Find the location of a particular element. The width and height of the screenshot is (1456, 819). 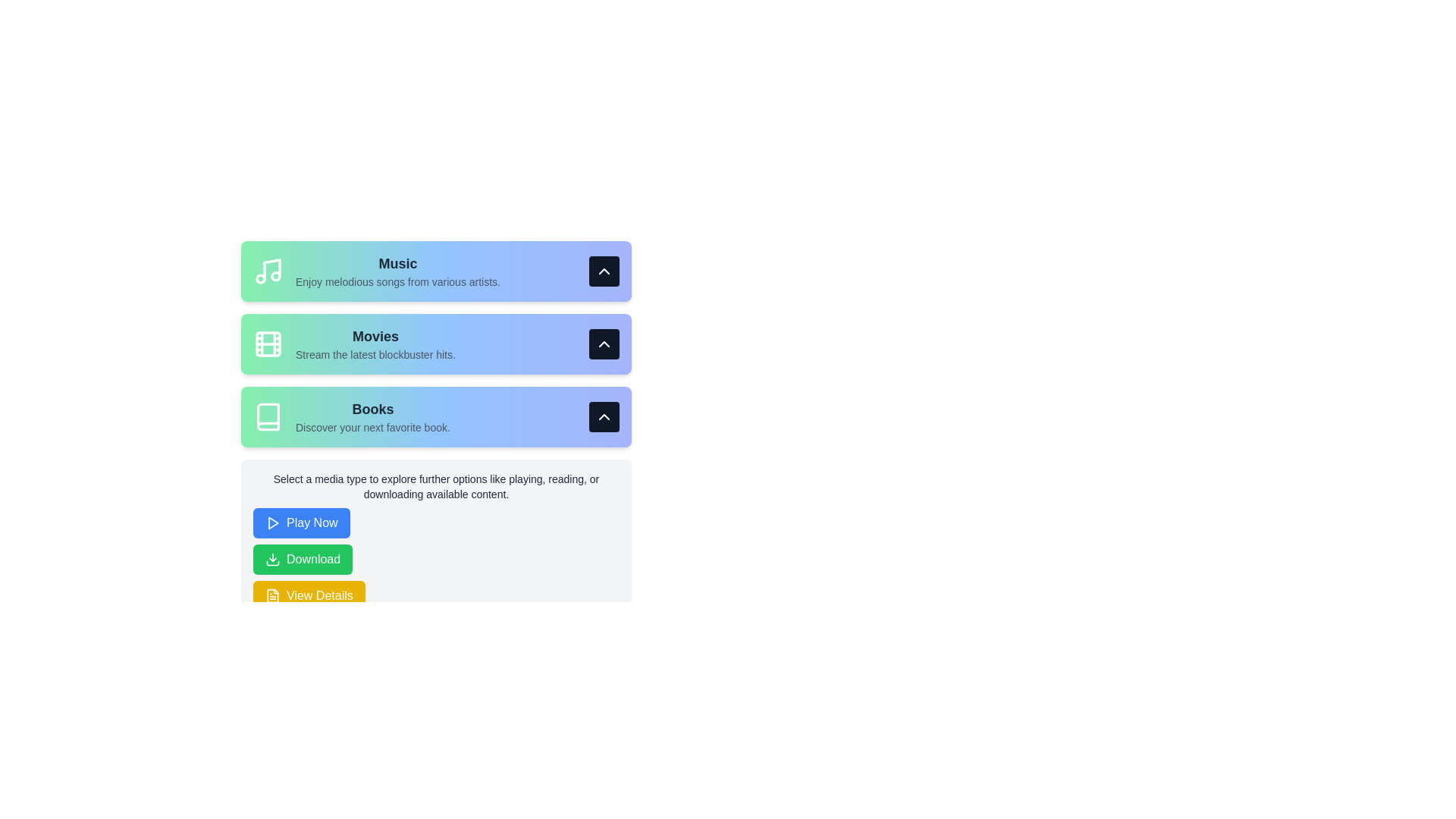

the play action icon, which is a triangle pointing right enclosed in a circular or square boundary, located to the left of the 'Play Now' button text is located at coordinates (273, 522).